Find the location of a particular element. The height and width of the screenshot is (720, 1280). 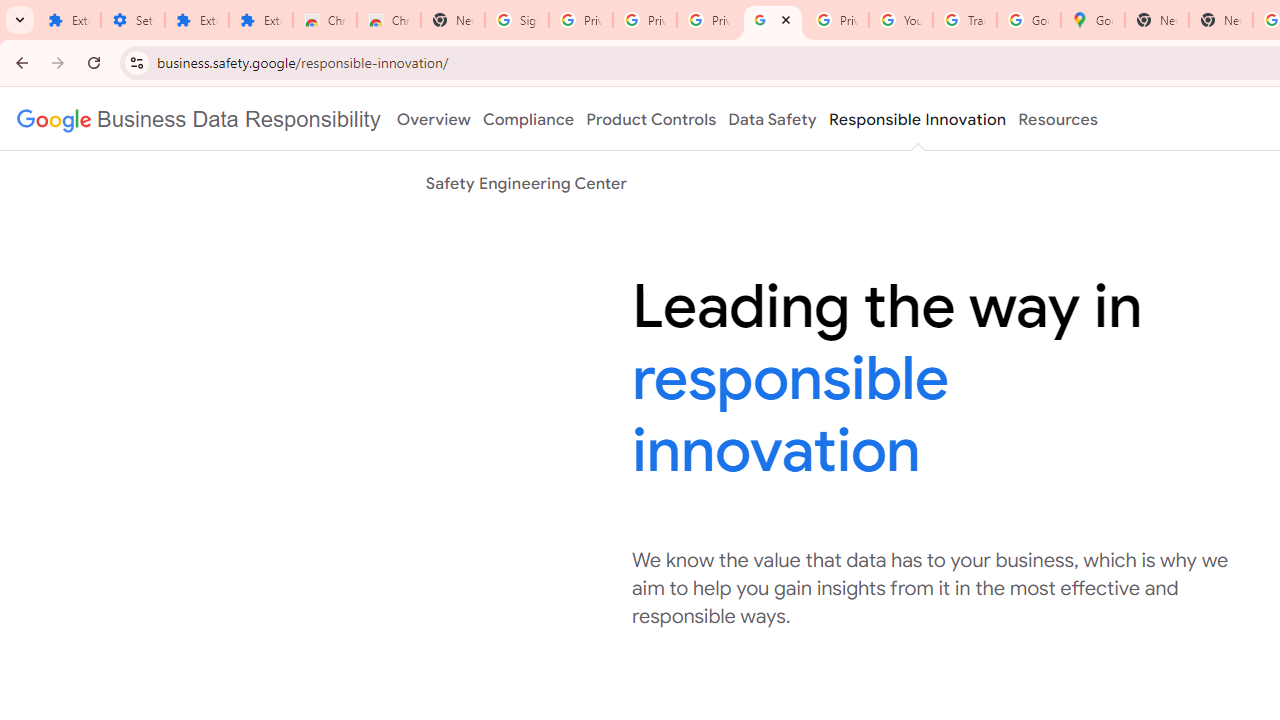

'Product Controls' is located at coordinates (651, 119).